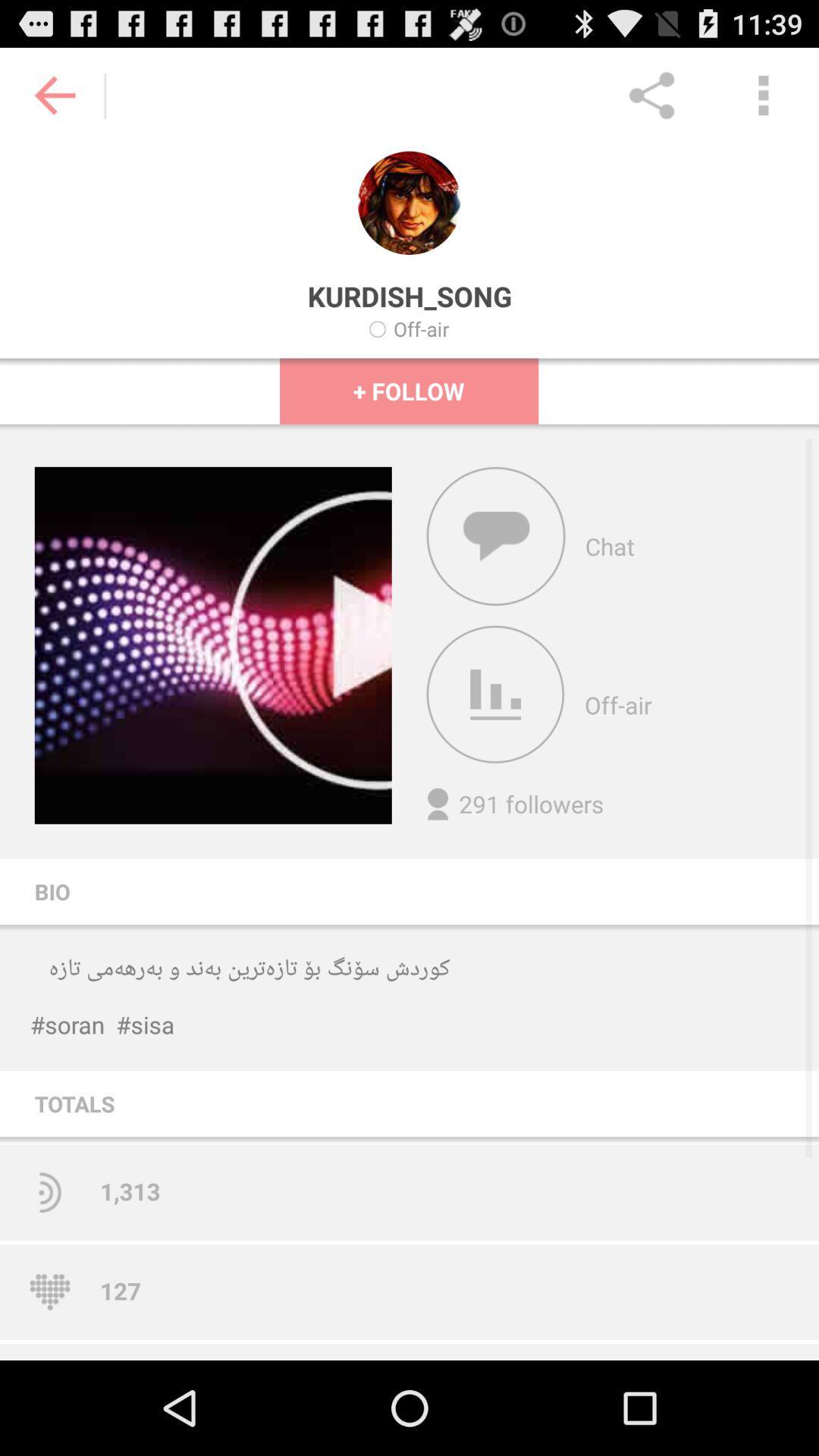 The width and height of the screenshot is (819, 1456). I want to click on the chat icon, so click(496, 573).